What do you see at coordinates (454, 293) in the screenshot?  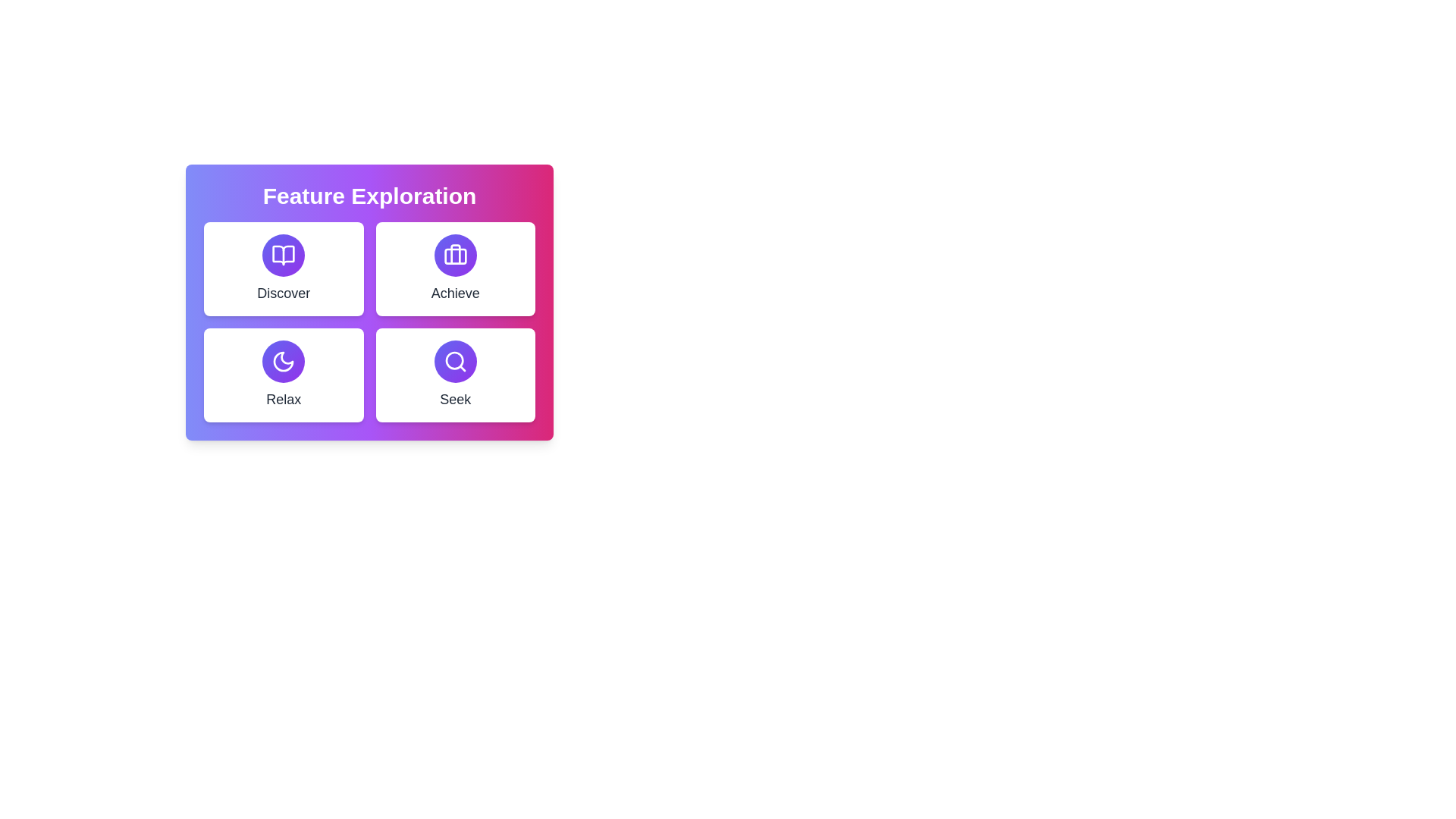 I see `text label displaying 'Achieve' located below the purple circular icon with a briefcase symbol in the upper-right cell of the 2x2 grid within the 'Feature Exploration' module` at bounding box center [454, 293].